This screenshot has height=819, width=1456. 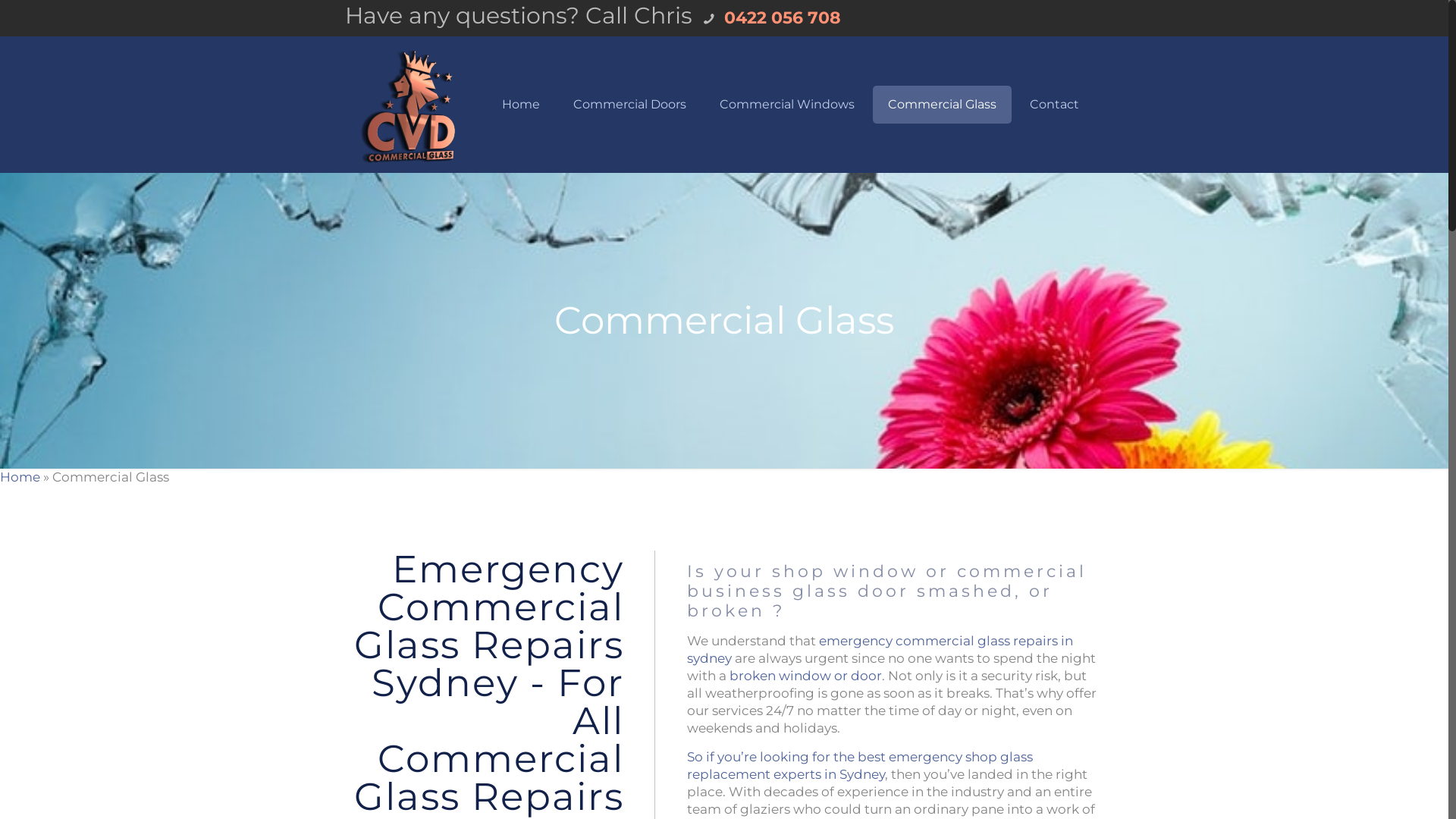 What do you see at coordinates (557, 104) in the screenshot?
I see `'Commercial Doors'` at bounding box center [557, 104].